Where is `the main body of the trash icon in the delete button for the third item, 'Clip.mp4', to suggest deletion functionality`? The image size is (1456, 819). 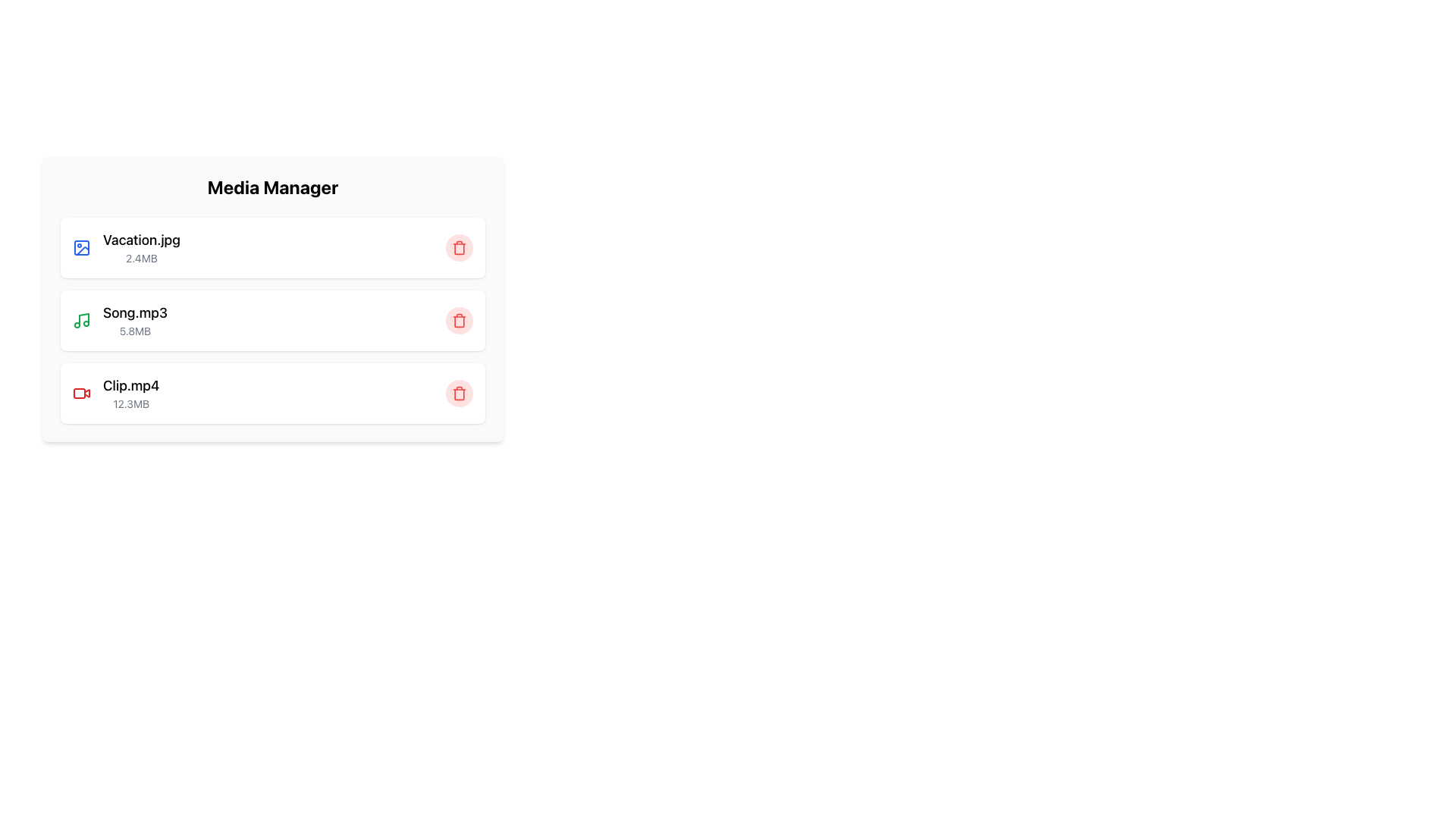 the main body of the trash icon in the delete button for the third item, 'Clip.mp4', to suggest deletion functionality is located at coordinates (458, 394).